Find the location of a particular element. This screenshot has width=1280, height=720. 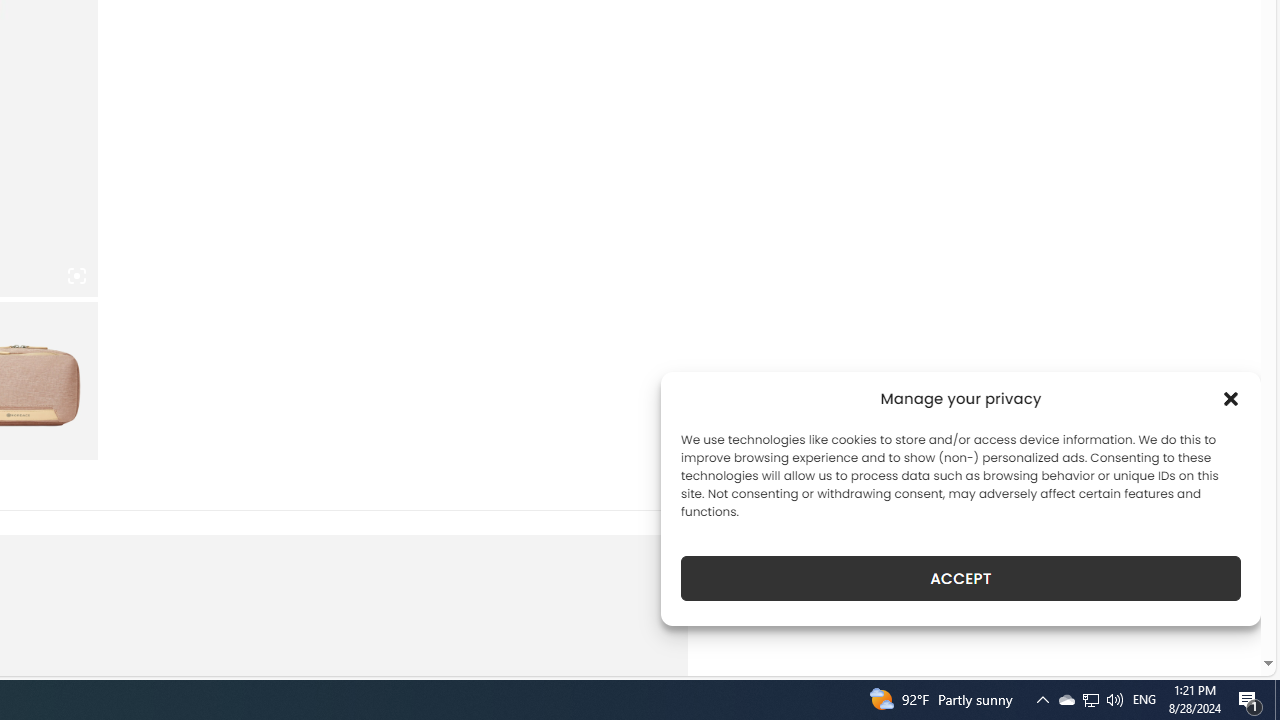

'ACCEPT' is located at coordinates (961, 578).